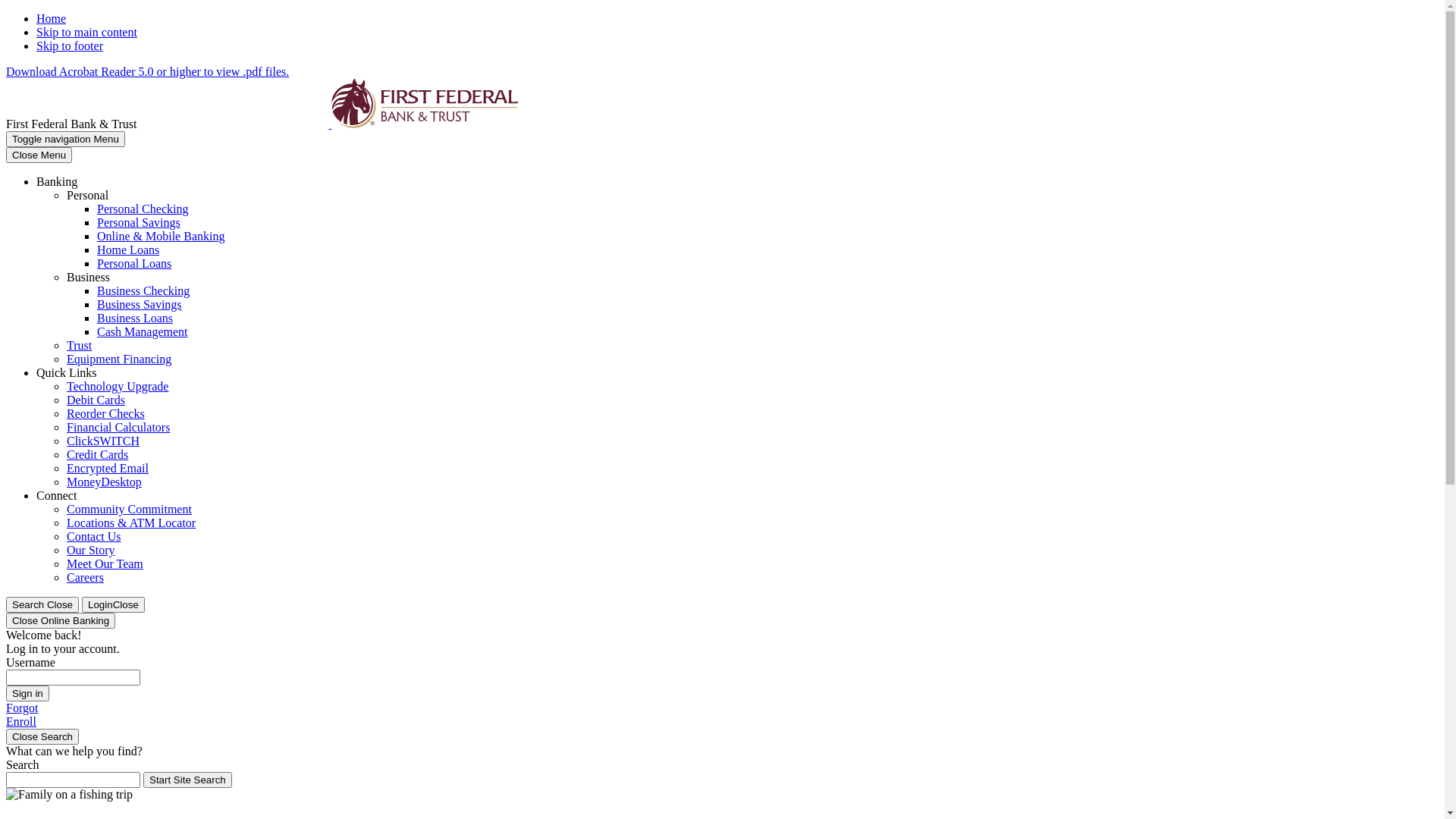 The width and height of the screenshot is (1456, 819). Describe the element at coordinates (68, 45) in the screenshot. I see `'Skip to footer'` at that location.